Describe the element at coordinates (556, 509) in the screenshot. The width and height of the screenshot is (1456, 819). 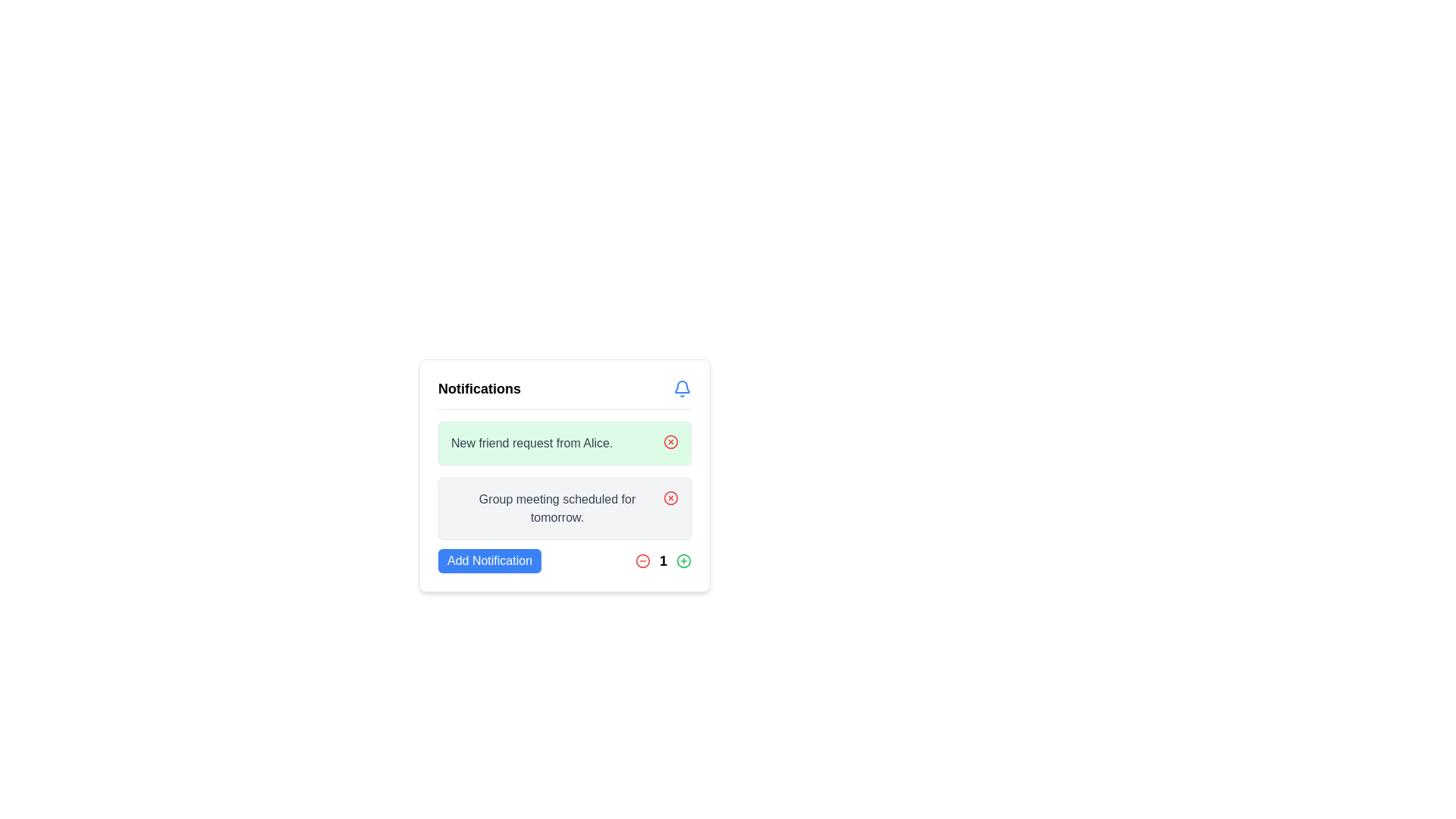
I see `text element that conveys the content of a notification about an upcoming group meeting, located in the second row of notifications, below the first notification and above the 'Add Notification' button` at that location.